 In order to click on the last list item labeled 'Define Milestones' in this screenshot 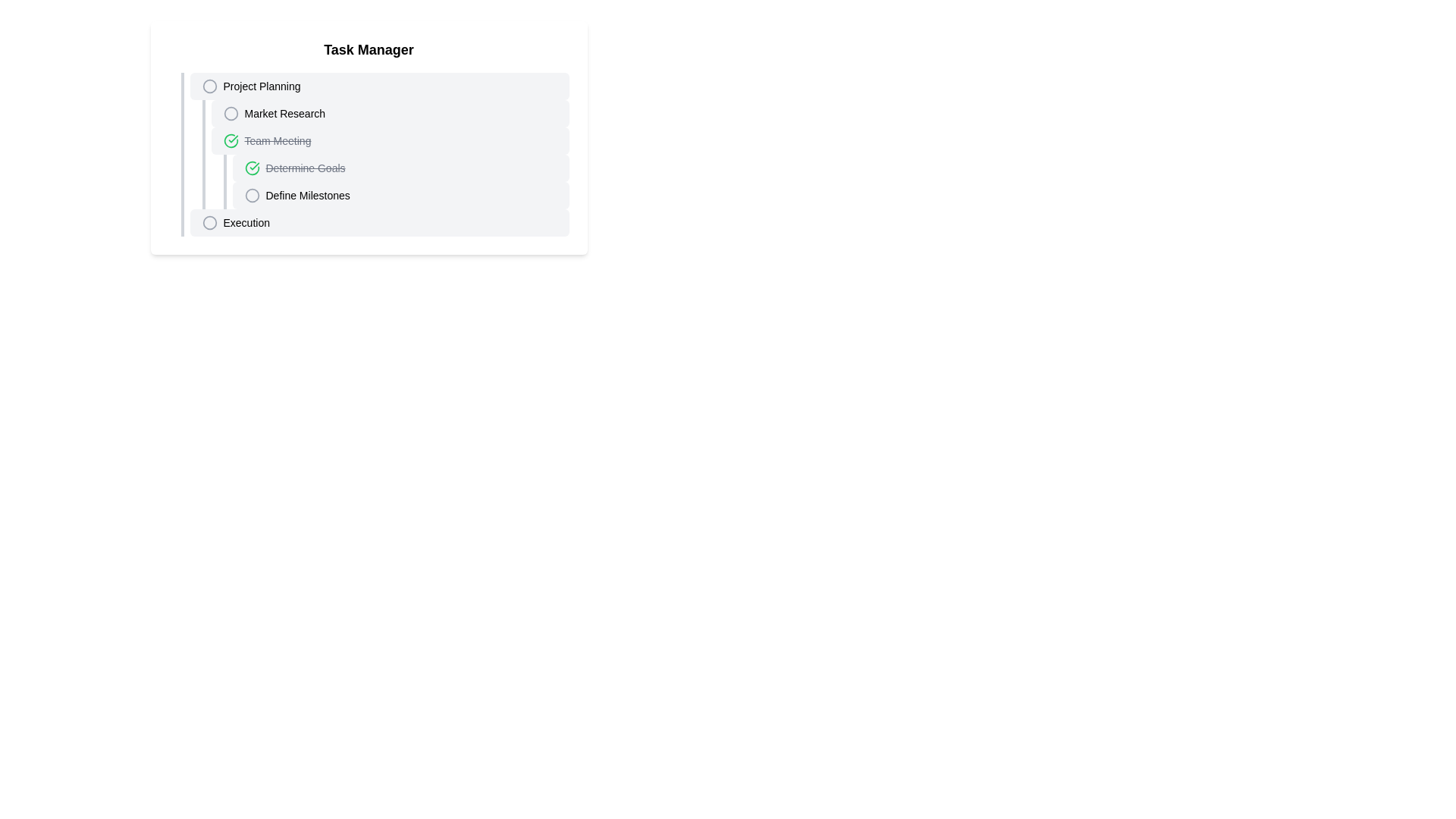, I will do `click(396, 195)`.